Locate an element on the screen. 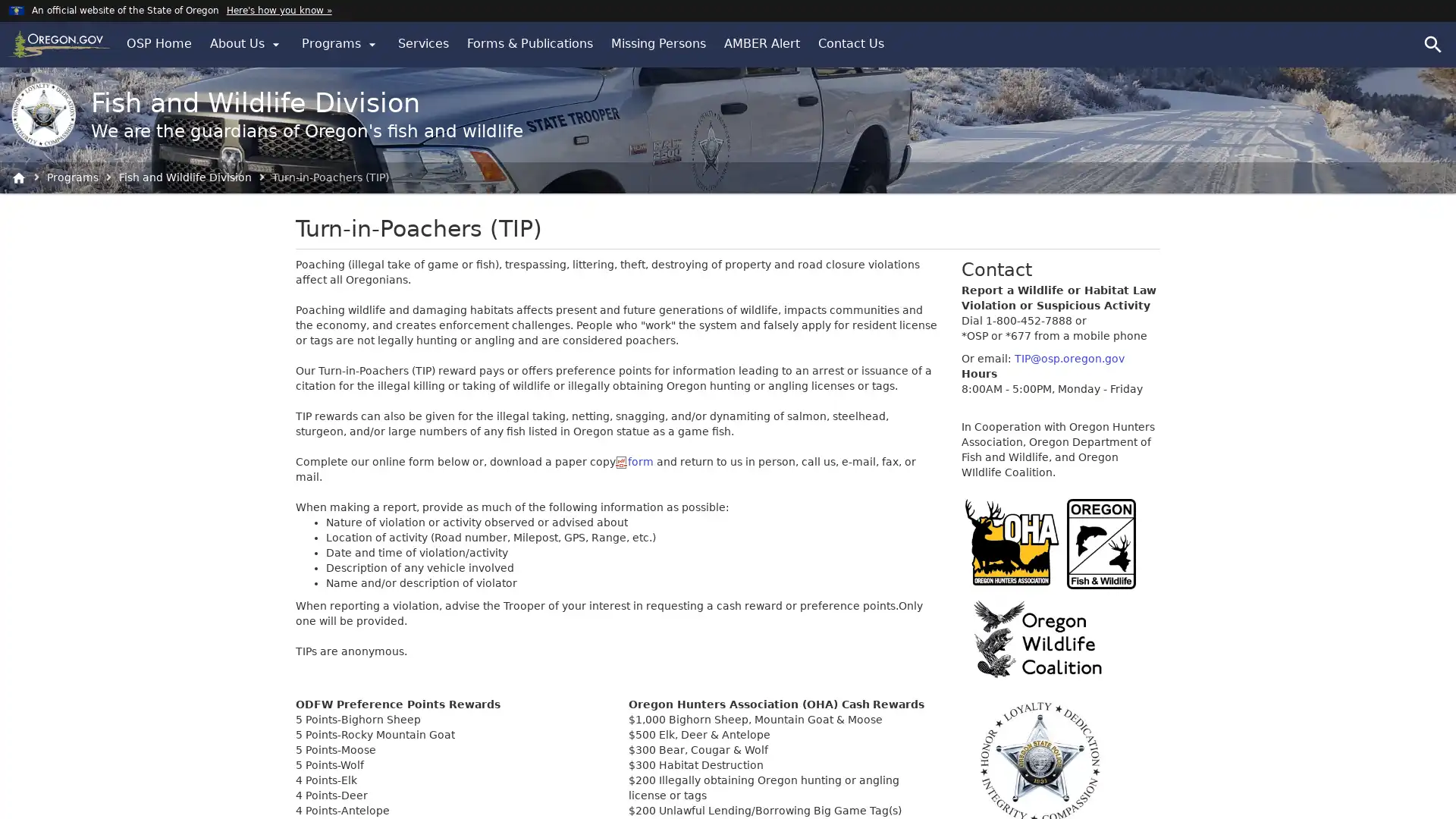 Image resolution: width=1456 pixels, height=819 pixels. Here's how you know is located at coordinates (278, 9).